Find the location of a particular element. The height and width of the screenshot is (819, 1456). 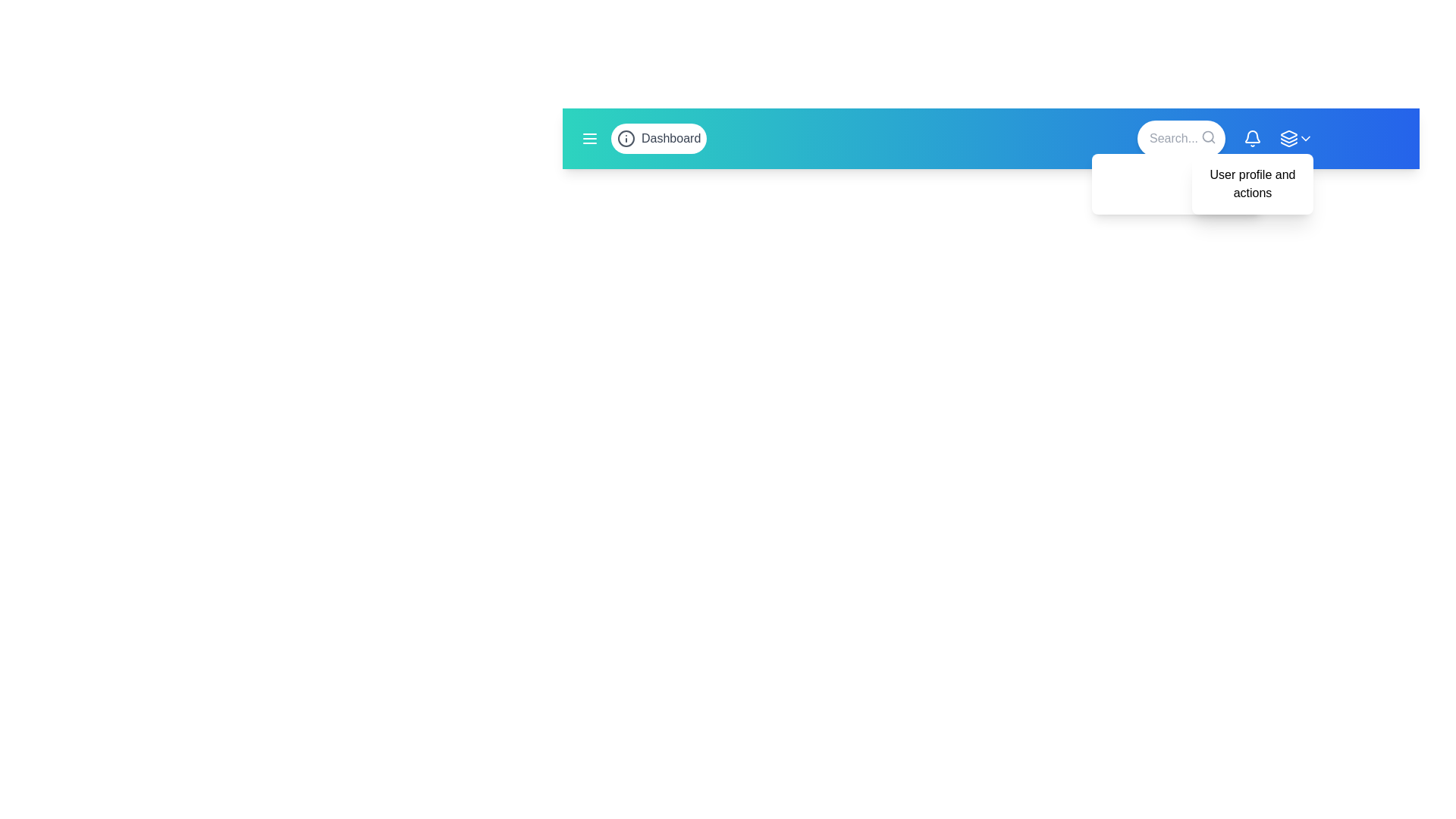

the search icon located in the navigation bar that indicates the search functionality is located at coordinates (1207, 137).